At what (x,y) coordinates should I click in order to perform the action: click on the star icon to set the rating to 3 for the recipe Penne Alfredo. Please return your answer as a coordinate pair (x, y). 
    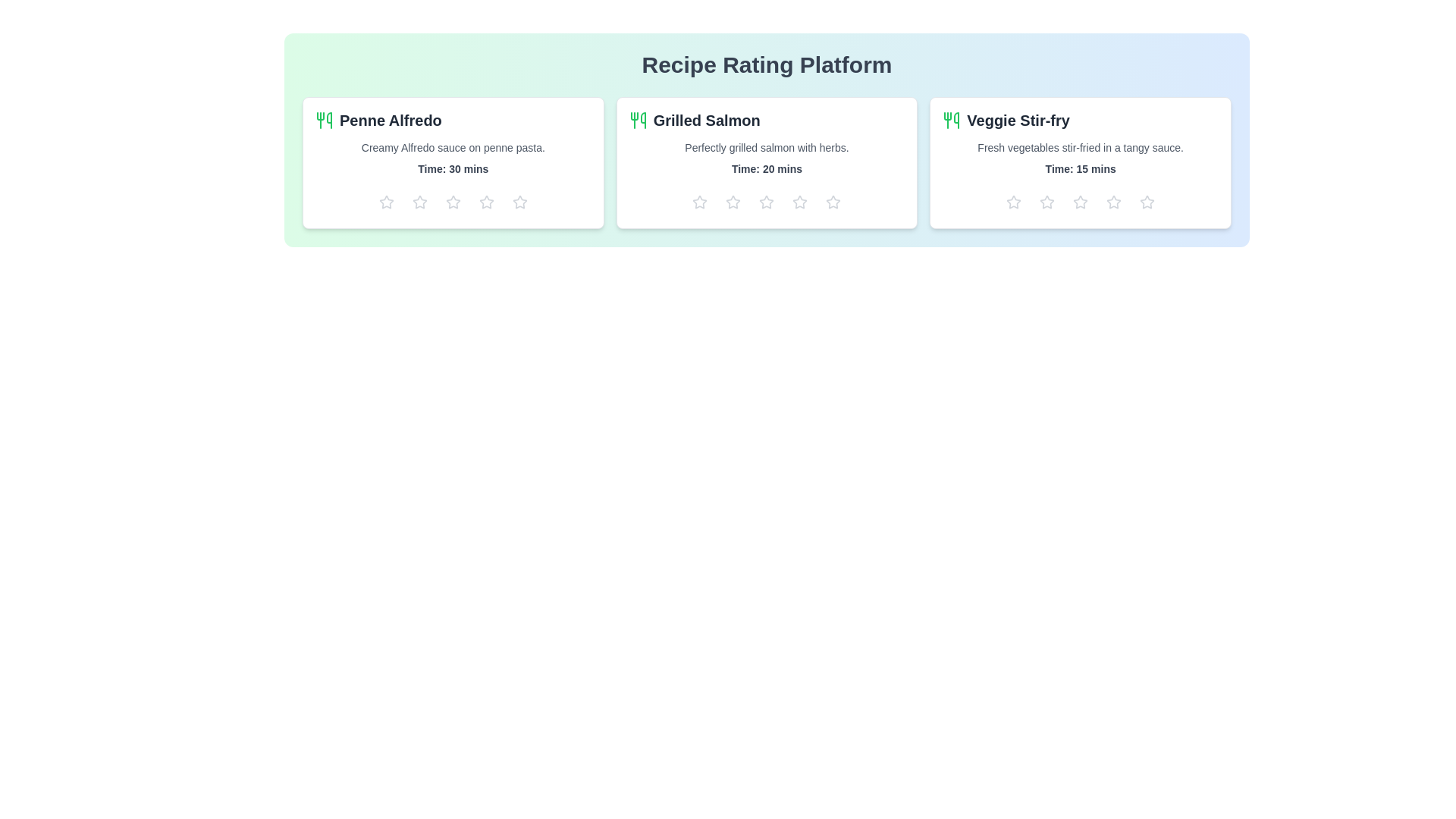
    Looking at the image, I should click on (452, 201).